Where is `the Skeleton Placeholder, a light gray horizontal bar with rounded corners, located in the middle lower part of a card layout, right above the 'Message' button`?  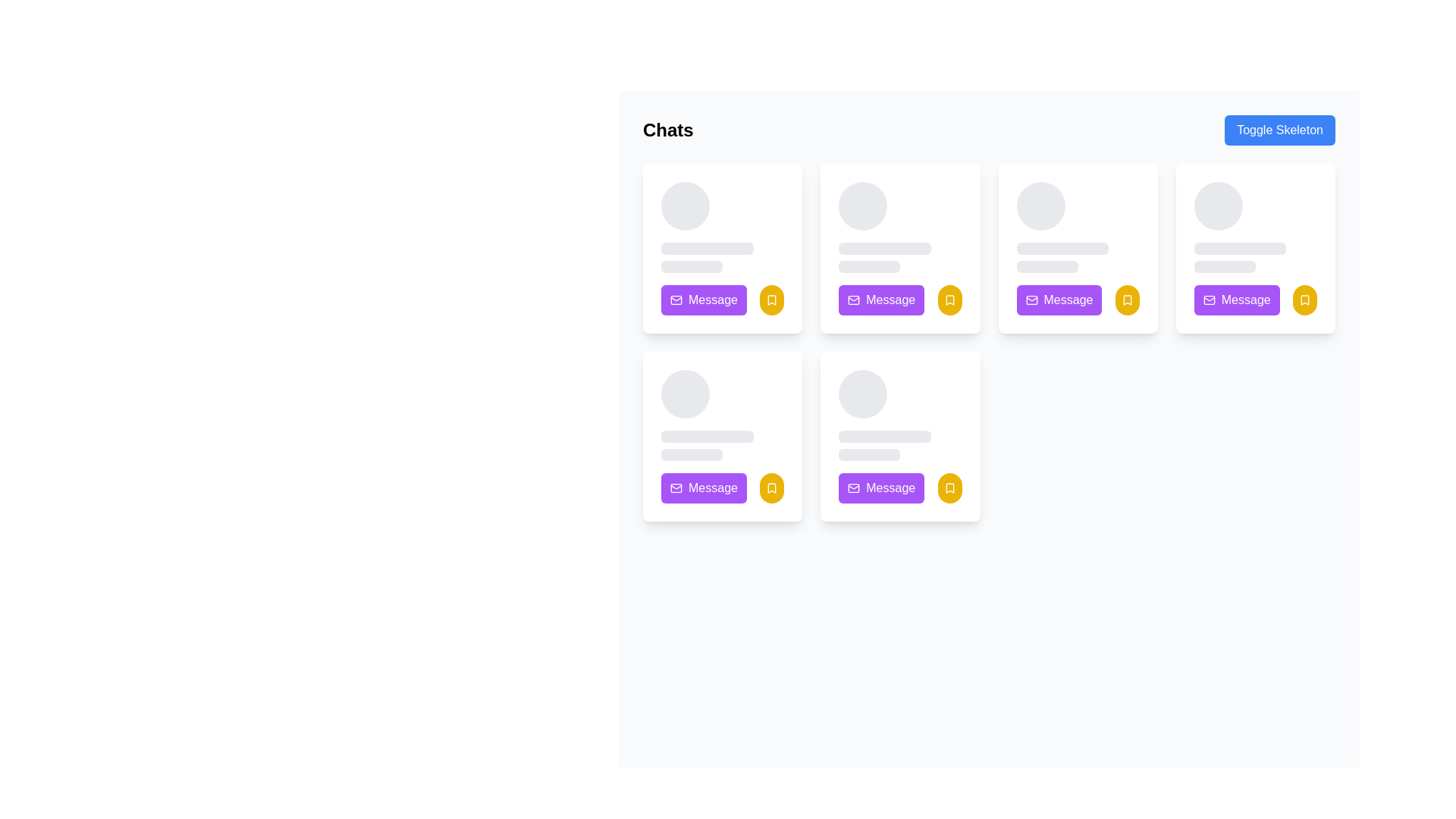
the Skeleton Placeholder, a light gray horizontal bar with rounded corners, located in the middle lower part of a card layout, right above the 'Message' button is located at coordinates (691, 265).